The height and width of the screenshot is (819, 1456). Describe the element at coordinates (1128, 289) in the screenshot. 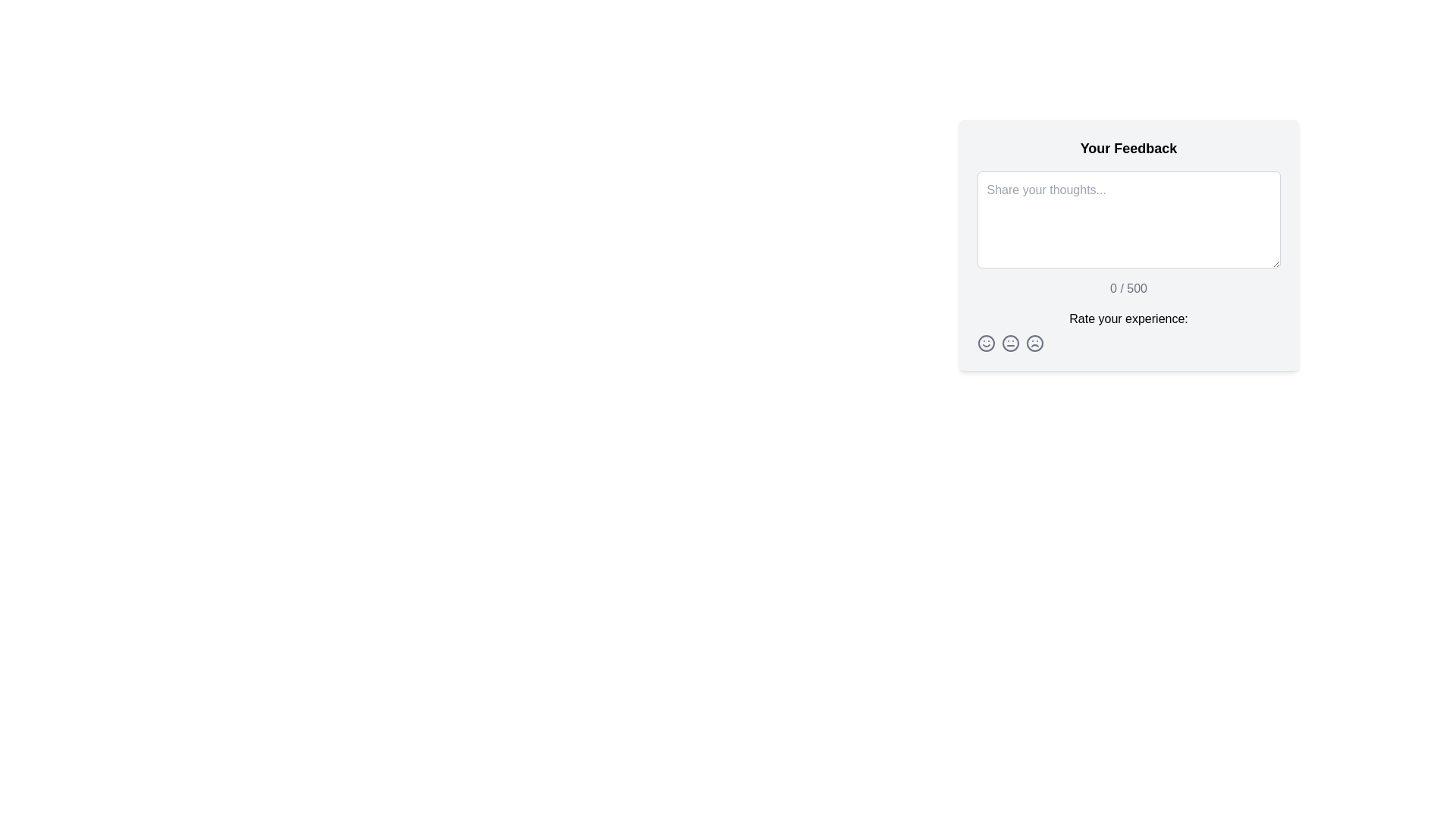

I see `the character counter text display located beneath the input field in the feedback form, which indicates the number of characters typed out of a maximum of 500` at that location.